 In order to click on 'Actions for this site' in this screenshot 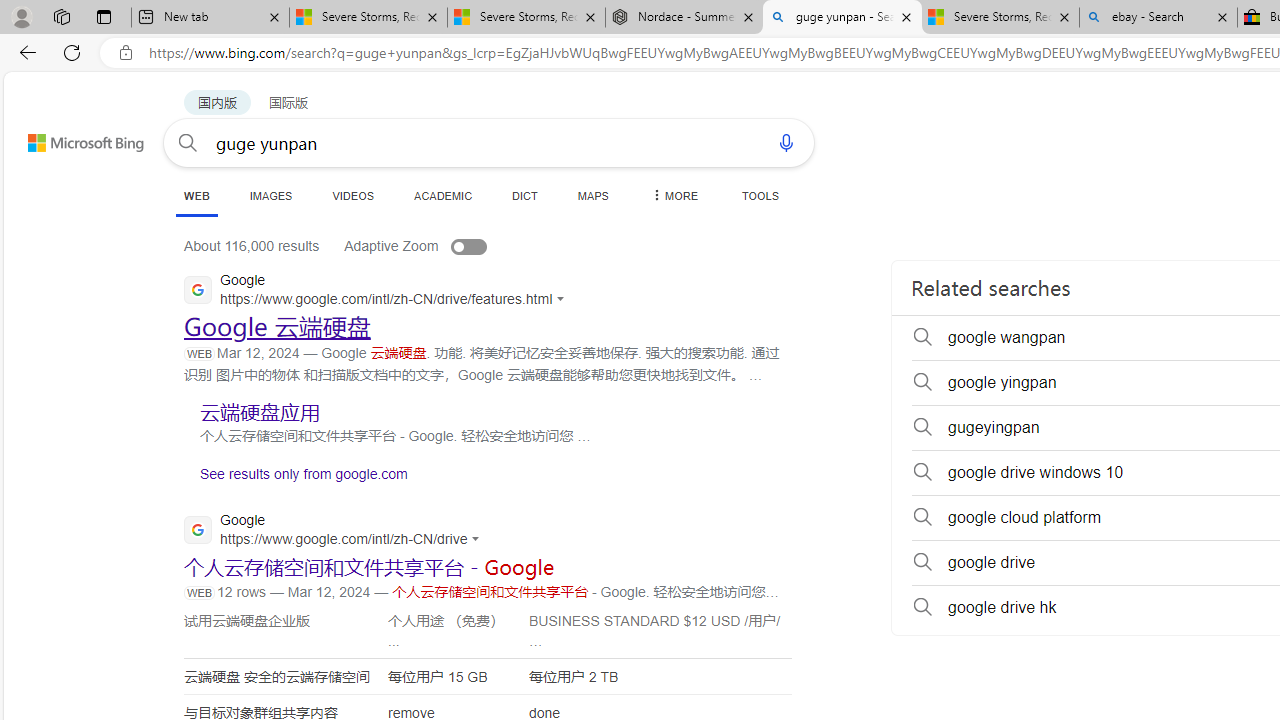, I will do `click(478, 537)`.